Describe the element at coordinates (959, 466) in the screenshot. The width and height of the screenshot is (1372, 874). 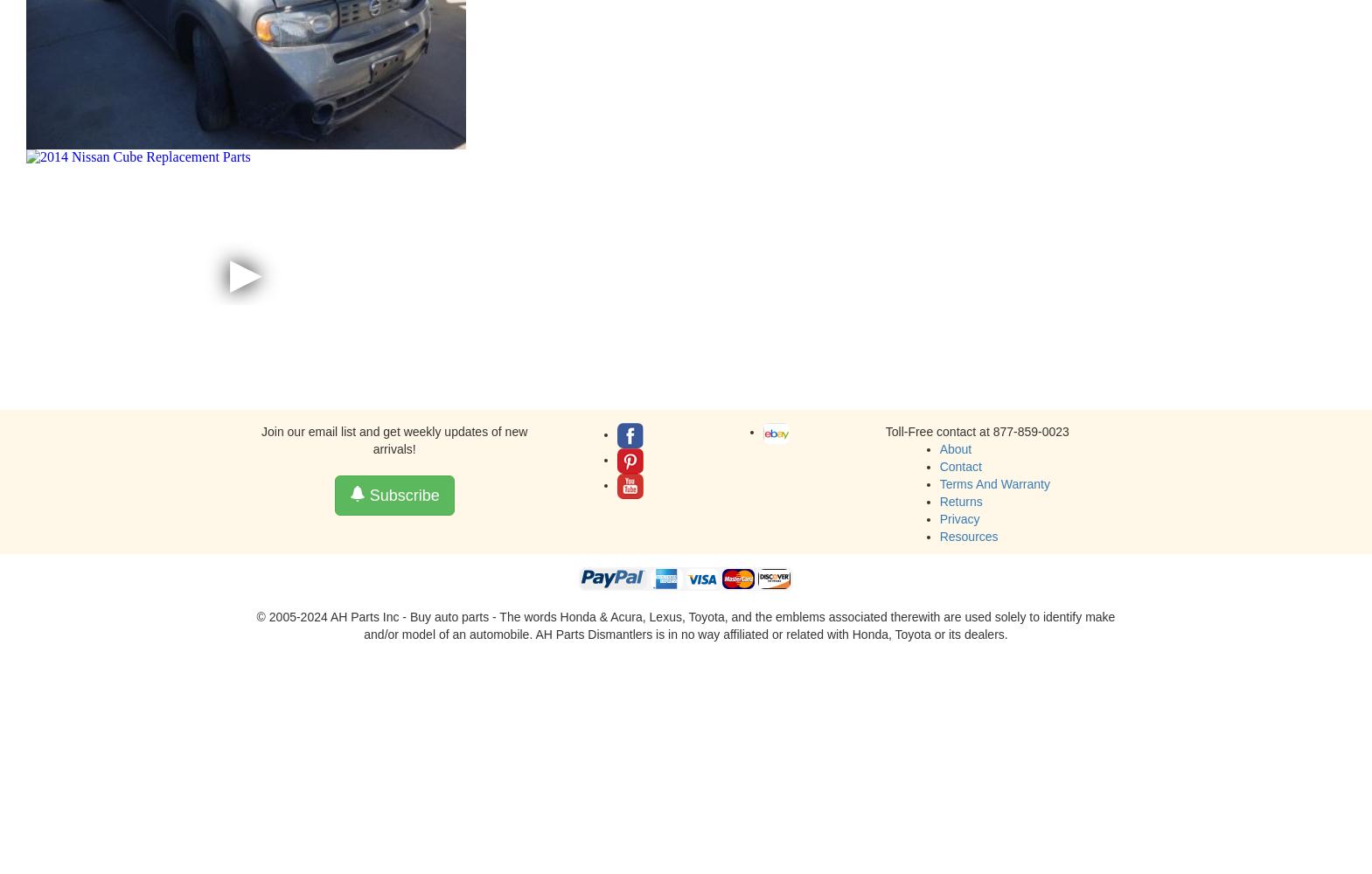
I see `'Contact'` at that location.